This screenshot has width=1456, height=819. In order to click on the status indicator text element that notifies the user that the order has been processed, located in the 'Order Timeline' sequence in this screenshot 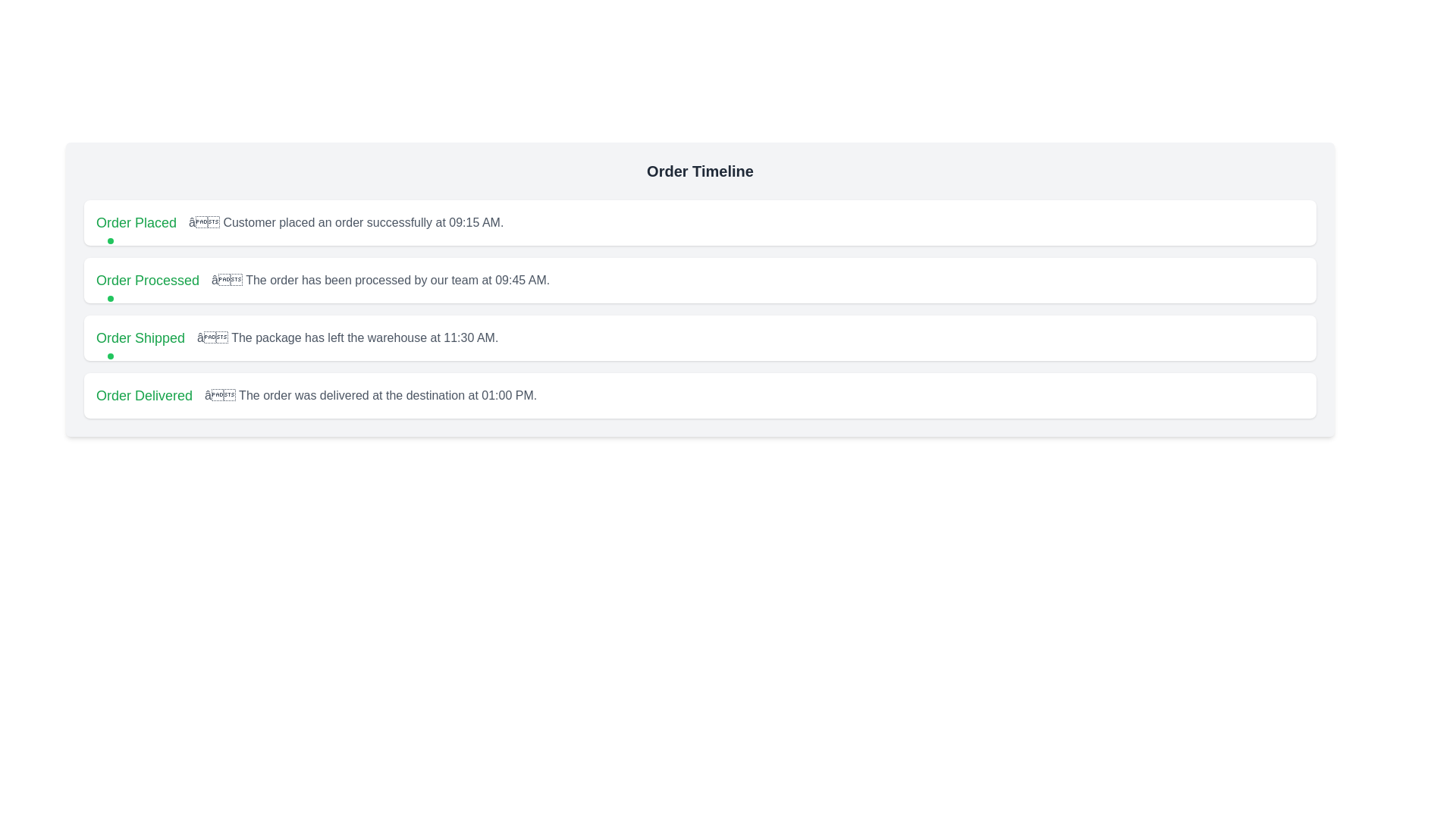, I will do `click(148, 281)`.